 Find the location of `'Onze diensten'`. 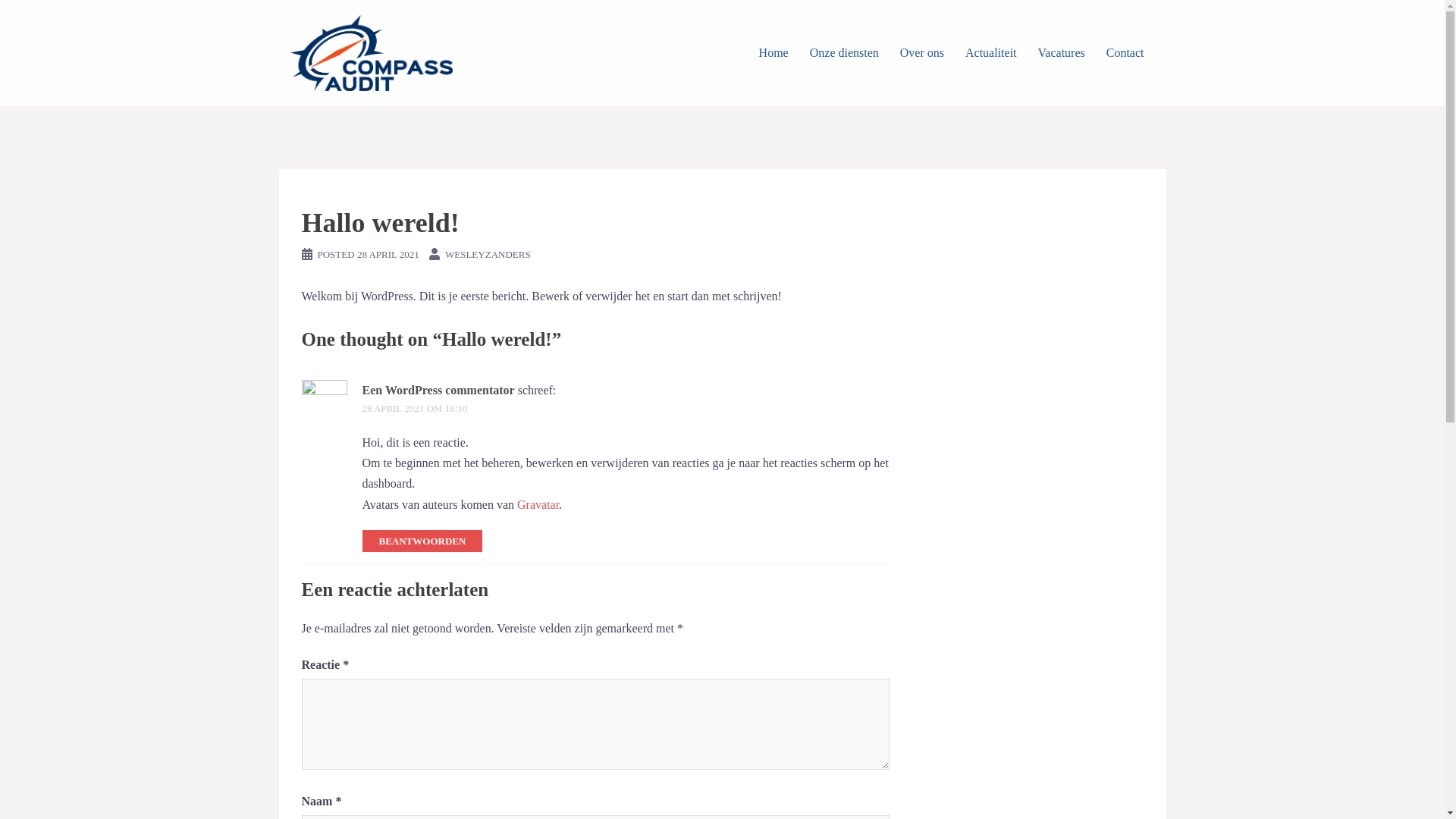

'Onze diensten' is located at coordinates (809, 52).